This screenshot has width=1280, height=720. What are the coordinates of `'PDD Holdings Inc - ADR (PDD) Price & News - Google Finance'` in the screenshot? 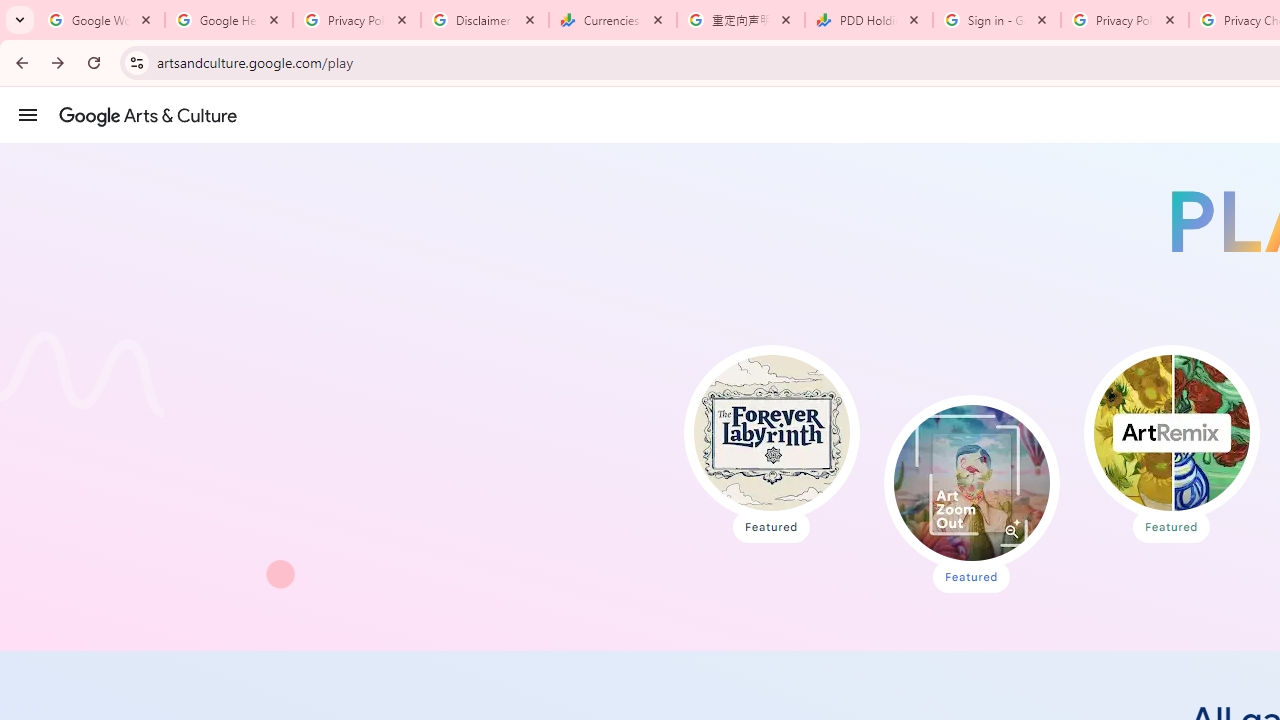 It's located at (869, 20).